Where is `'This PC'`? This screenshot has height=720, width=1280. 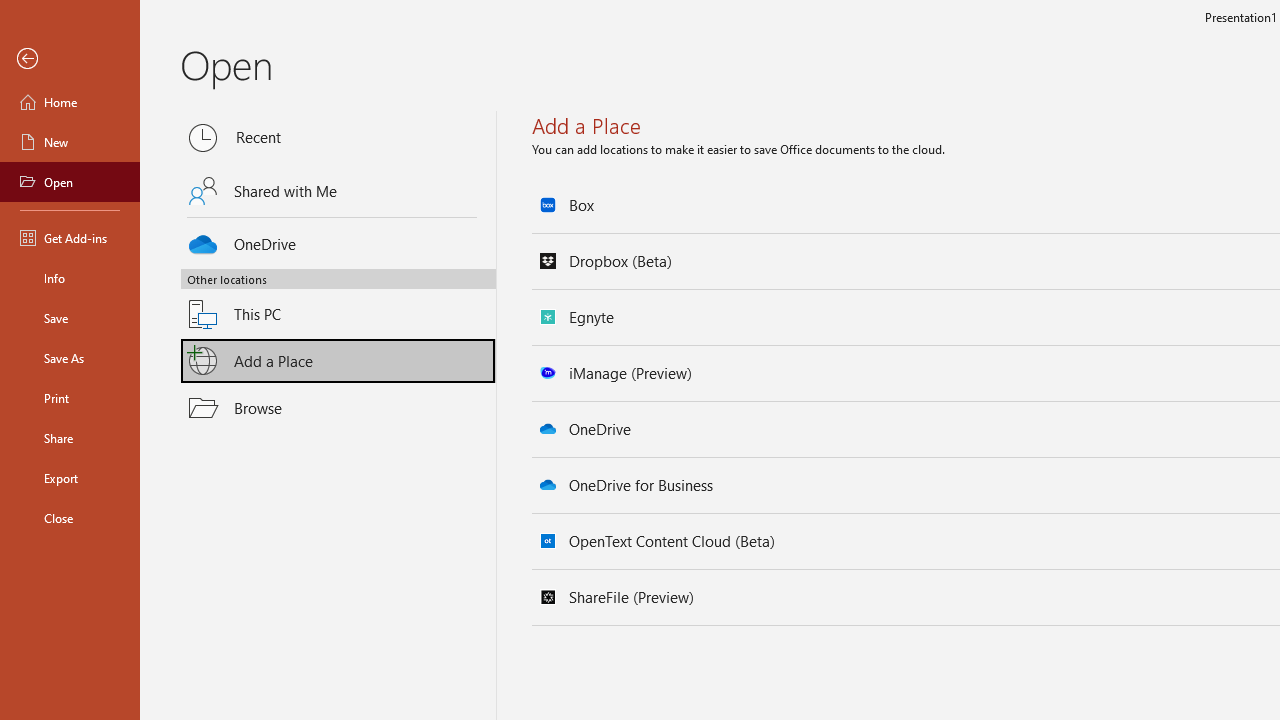 'This PC' is located at coordinates (338, 302).